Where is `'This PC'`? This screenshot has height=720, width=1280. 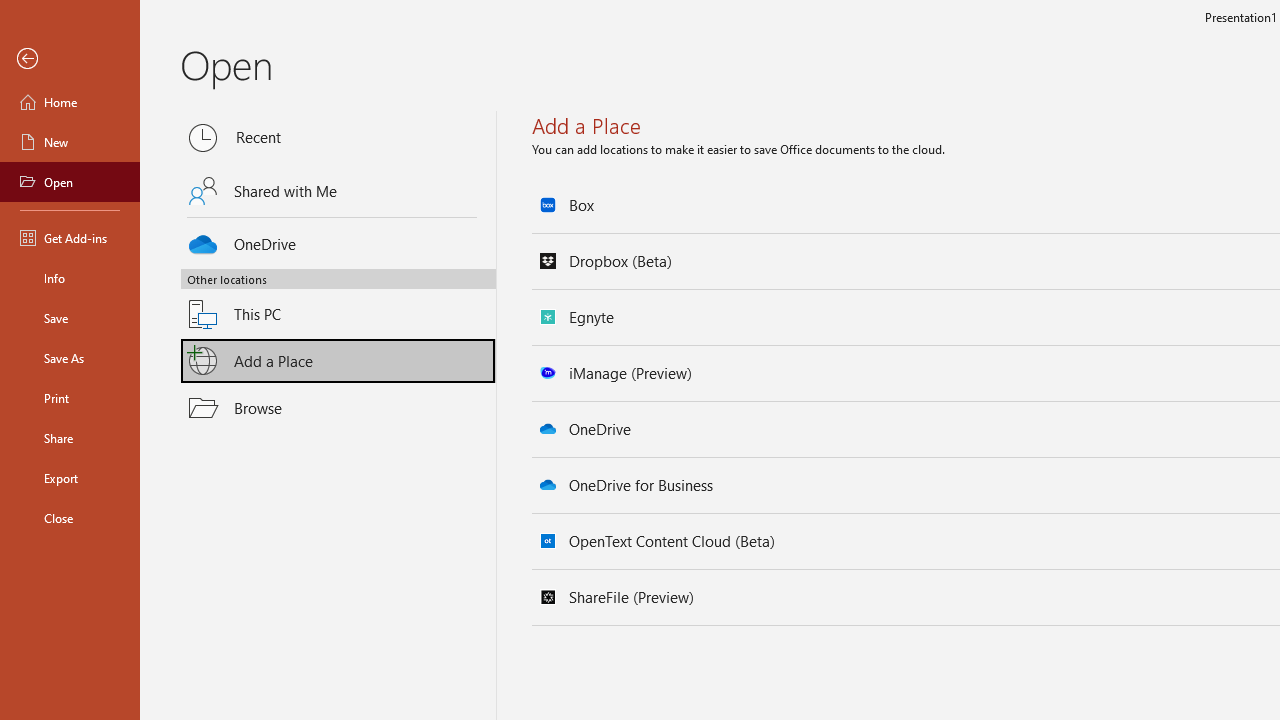 'This PC' is located at coordinates (338, 302).